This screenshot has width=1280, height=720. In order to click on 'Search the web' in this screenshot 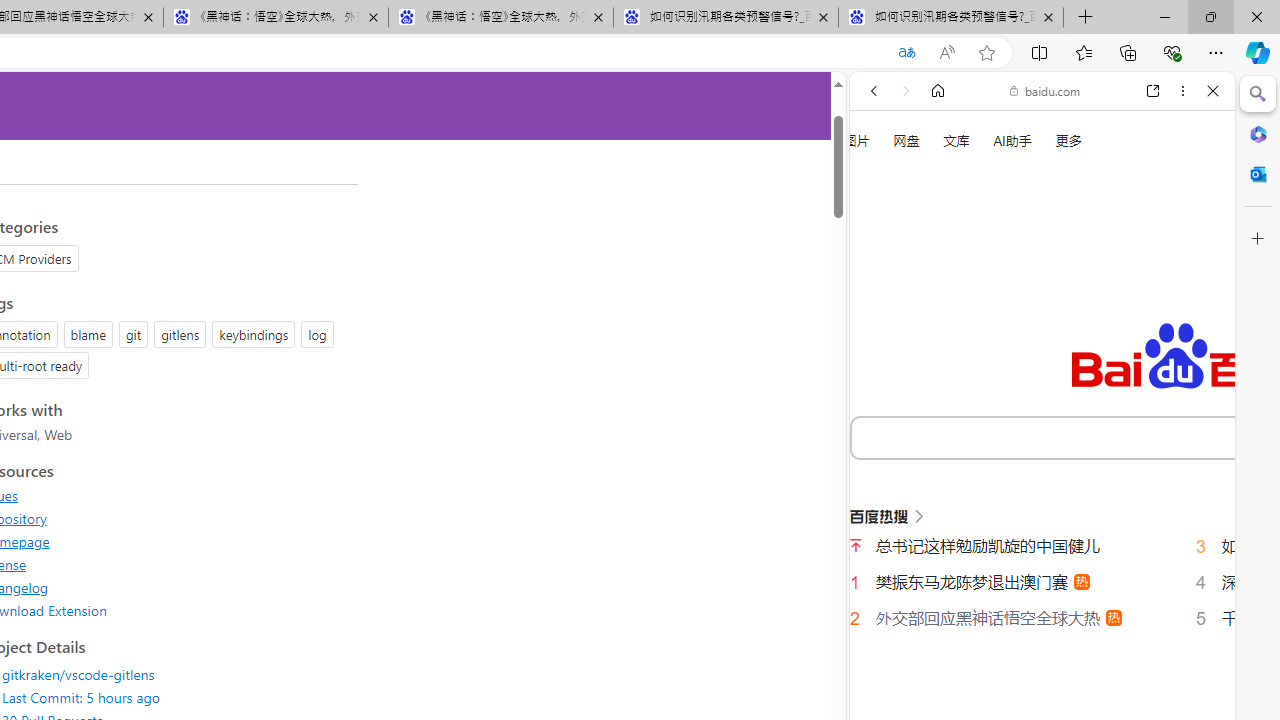, I will do `click(1051, 137)`.